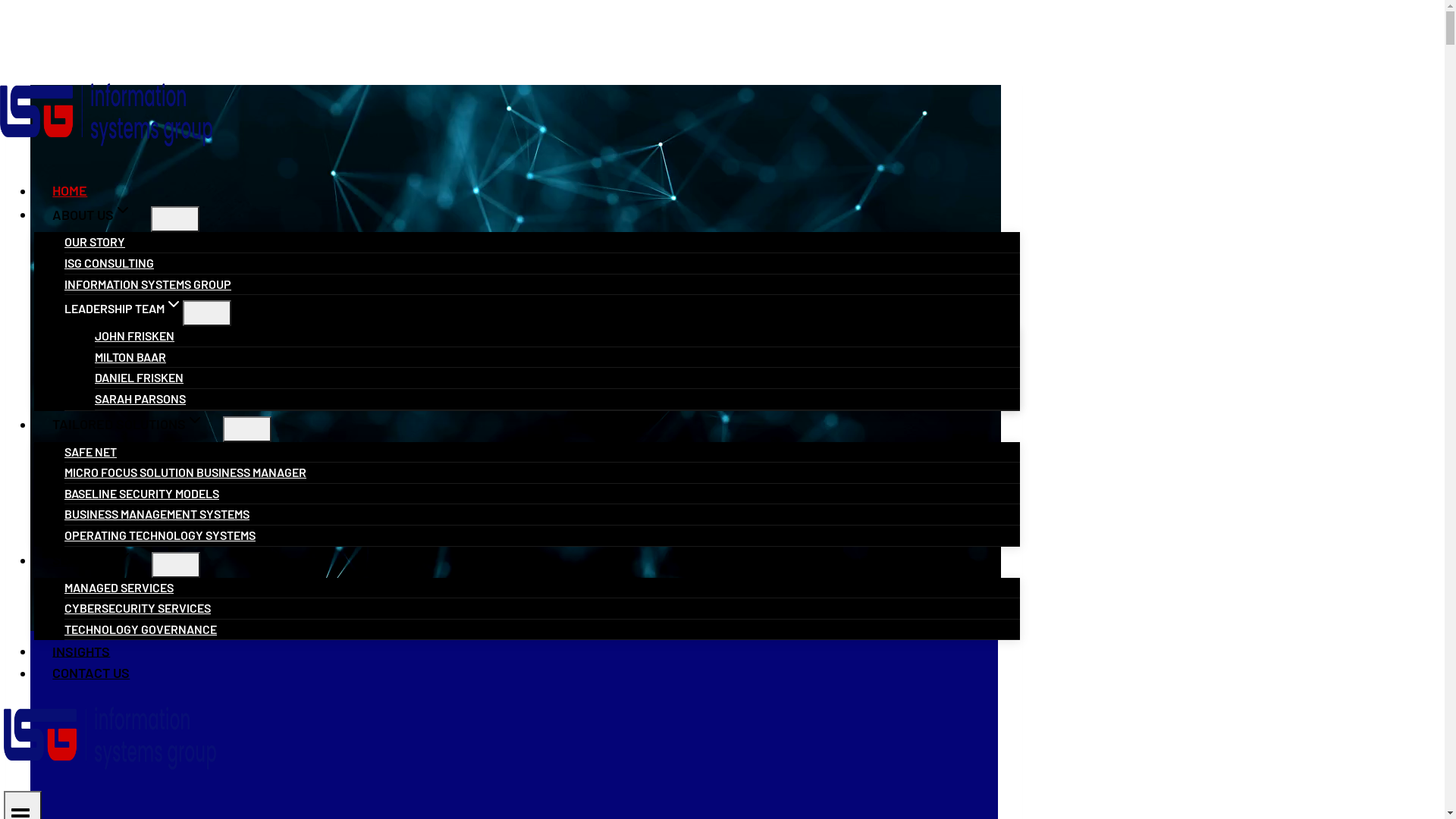  What do you see at coordinates (5, 59) in the screenshot?
I see `'Skip to content'` at bounding box center [5, 59].